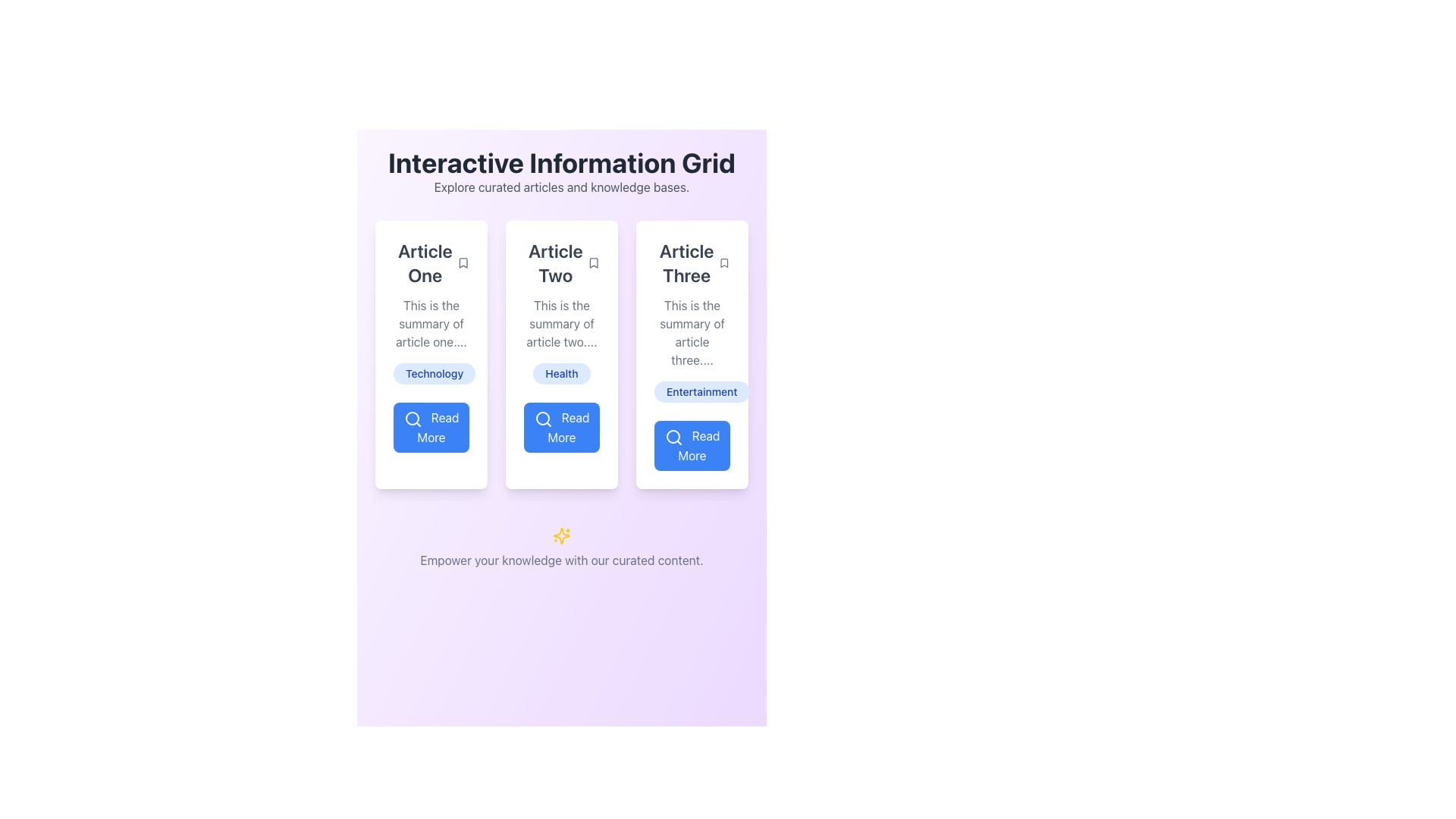  Describe the element at coordinates (560, 547) in the screenshot. I see `motivational or informative footer message displayed as a Decorative text element with an icon, which is located below the article sections labeled 'Article One,' 'Article Two,' and 'Article Three.'` at that location.